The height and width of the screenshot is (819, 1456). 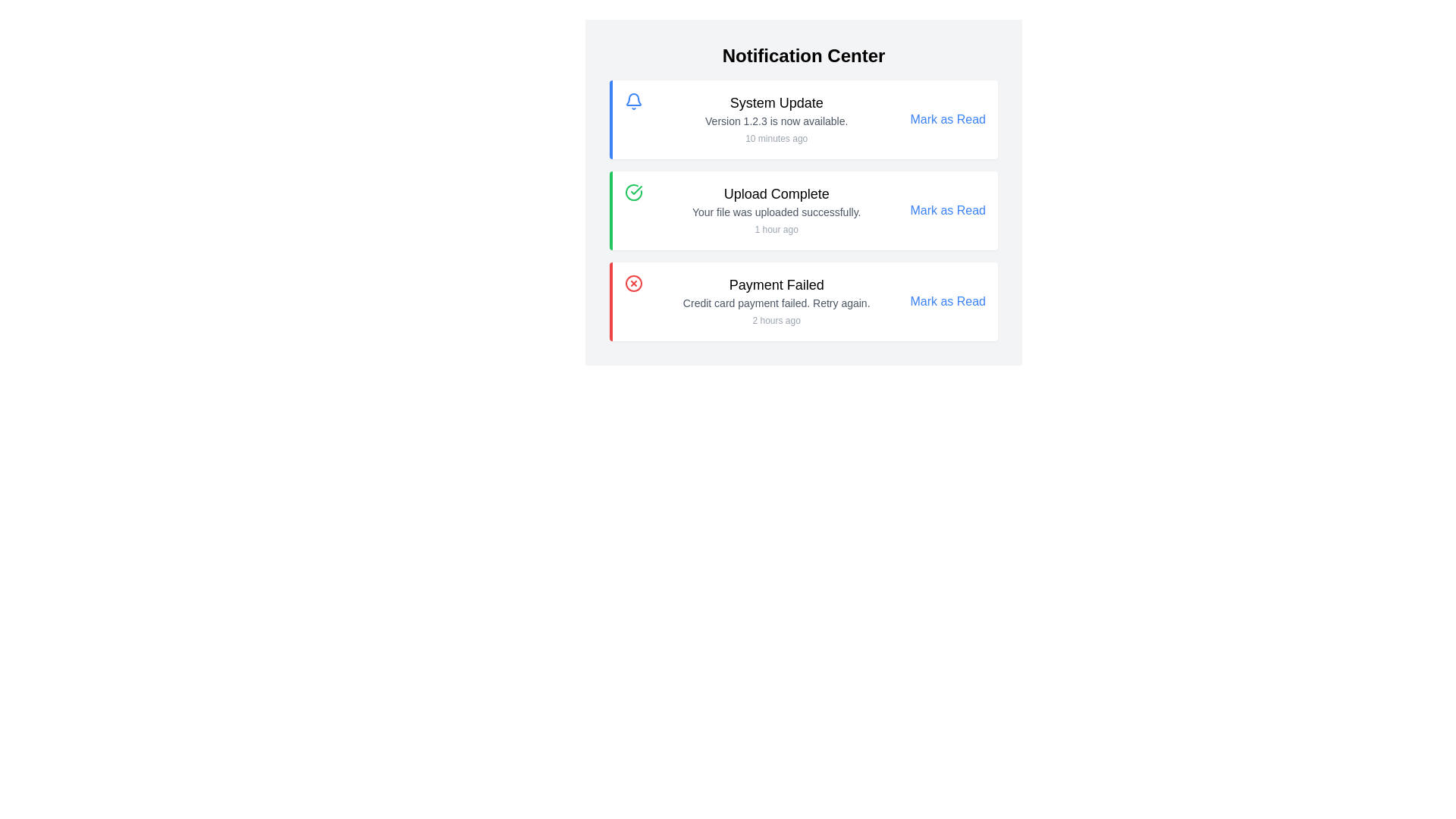 I want to click on failure message from the Text Label indicating that the credit card payment was unsuccessful, located in the bottom-most notification of the notification card titled 'Payment Failed.', so click(x=777, y=303).